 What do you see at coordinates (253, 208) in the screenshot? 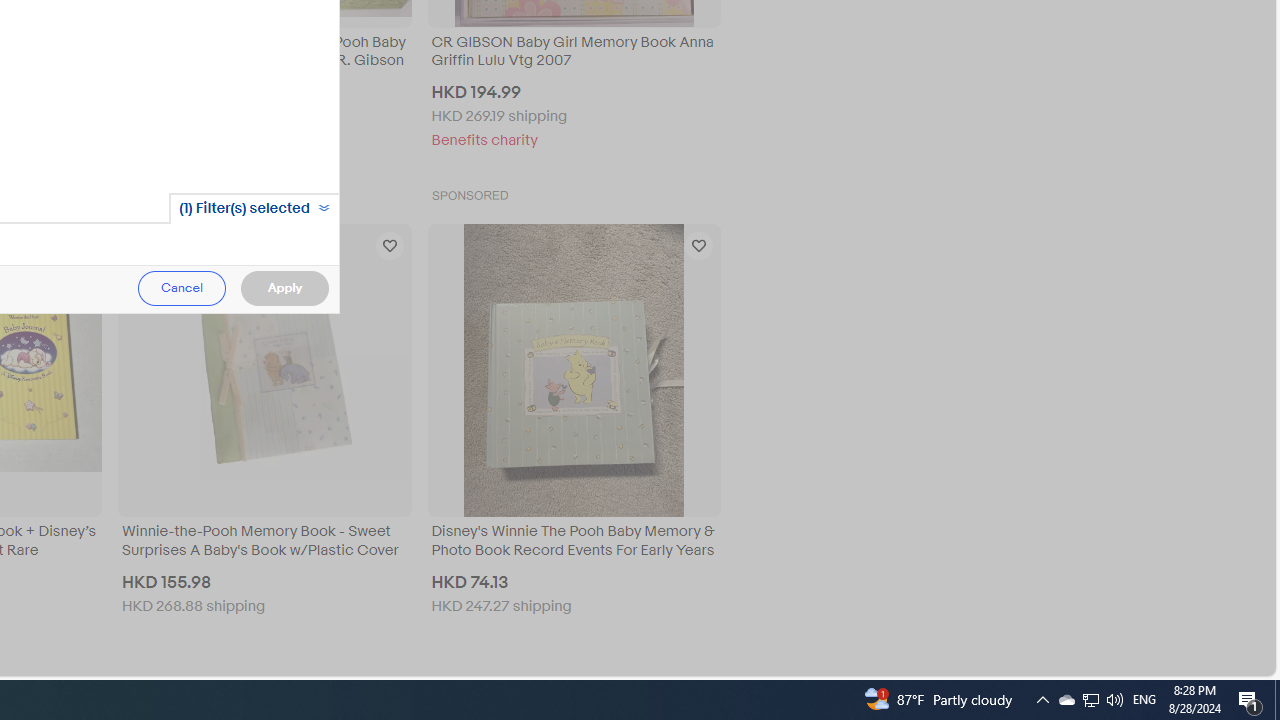
I see `'(1) Filter(s) selected'` at bounding box center [253, 208].